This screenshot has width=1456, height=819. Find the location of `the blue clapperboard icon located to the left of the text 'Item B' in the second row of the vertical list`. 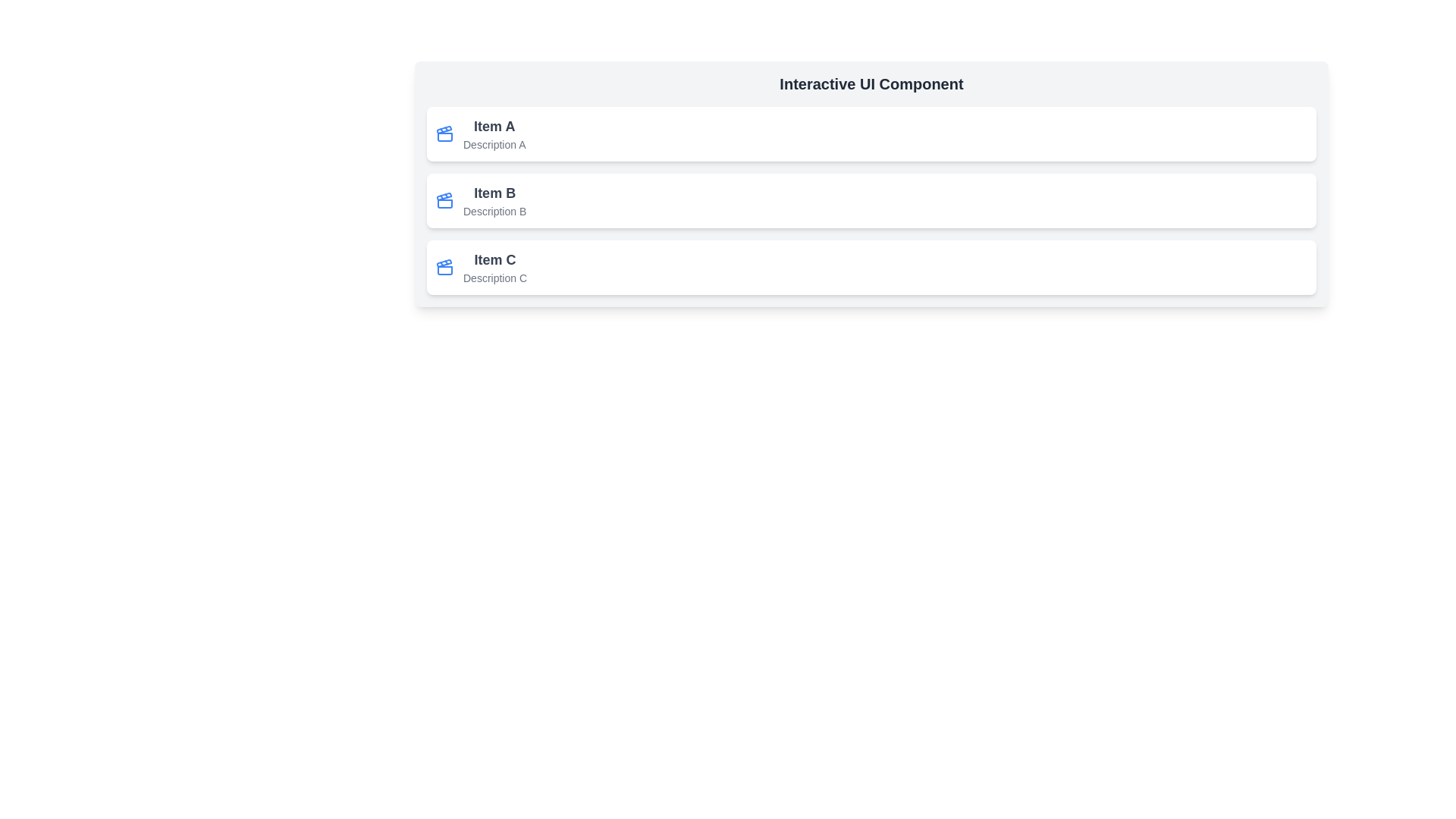

the blue clapperboard icon located to the left of the text 'Item B' in the second row of the vertical list is located at coordinates (444, 200).